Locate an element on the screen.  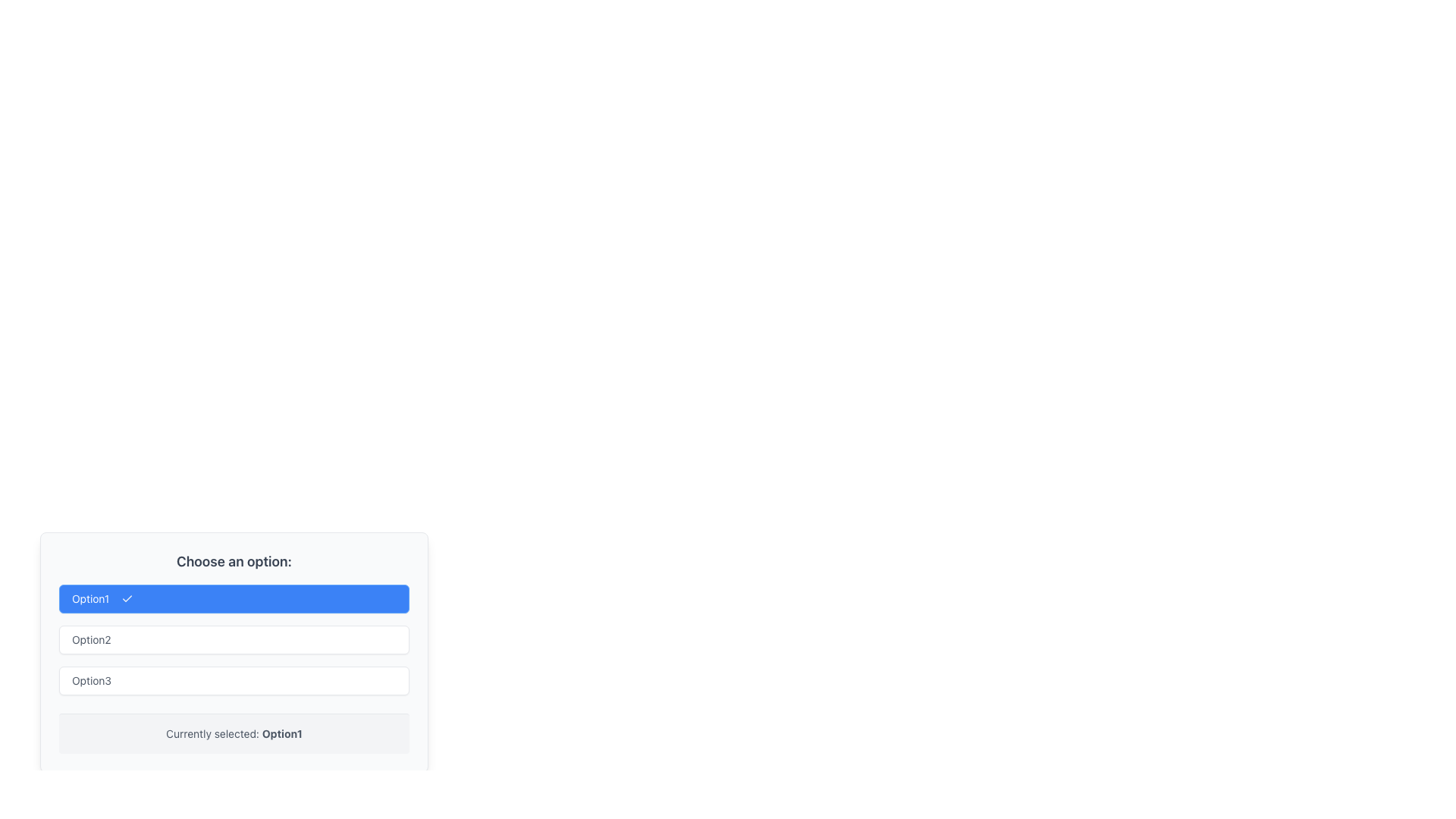
the confirmation icon indicating the selection of the 'Option1' button, located adjacent to the label 'Option1' in the options list is located at coordinates (127, 598).